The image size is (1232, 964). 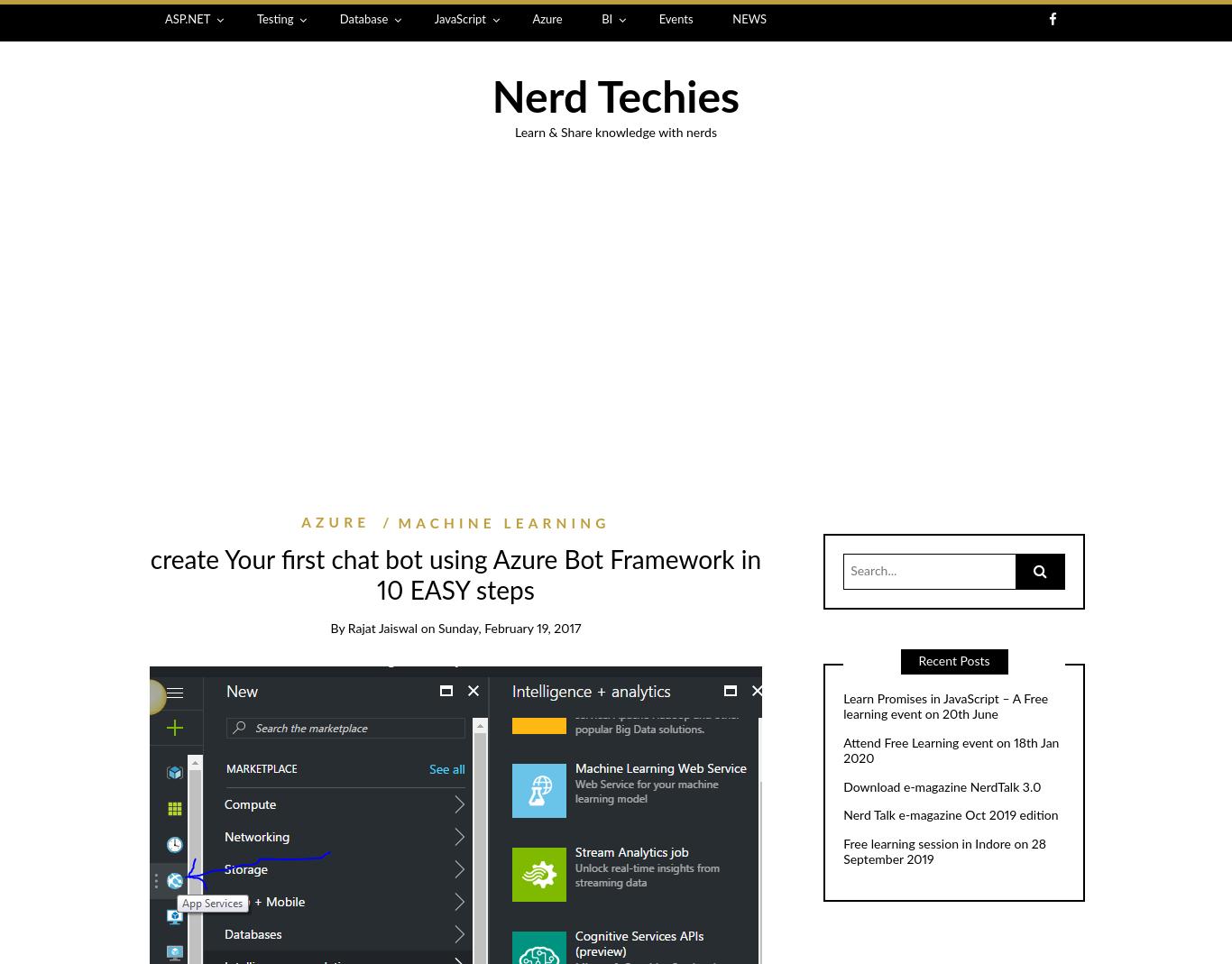 What do you see at coordinates (455, 575) in the screenshot?
I see `'create Your first chat bot using Azure Bot Framework in 10 EASY steps'` at bounding box center [455, 575].